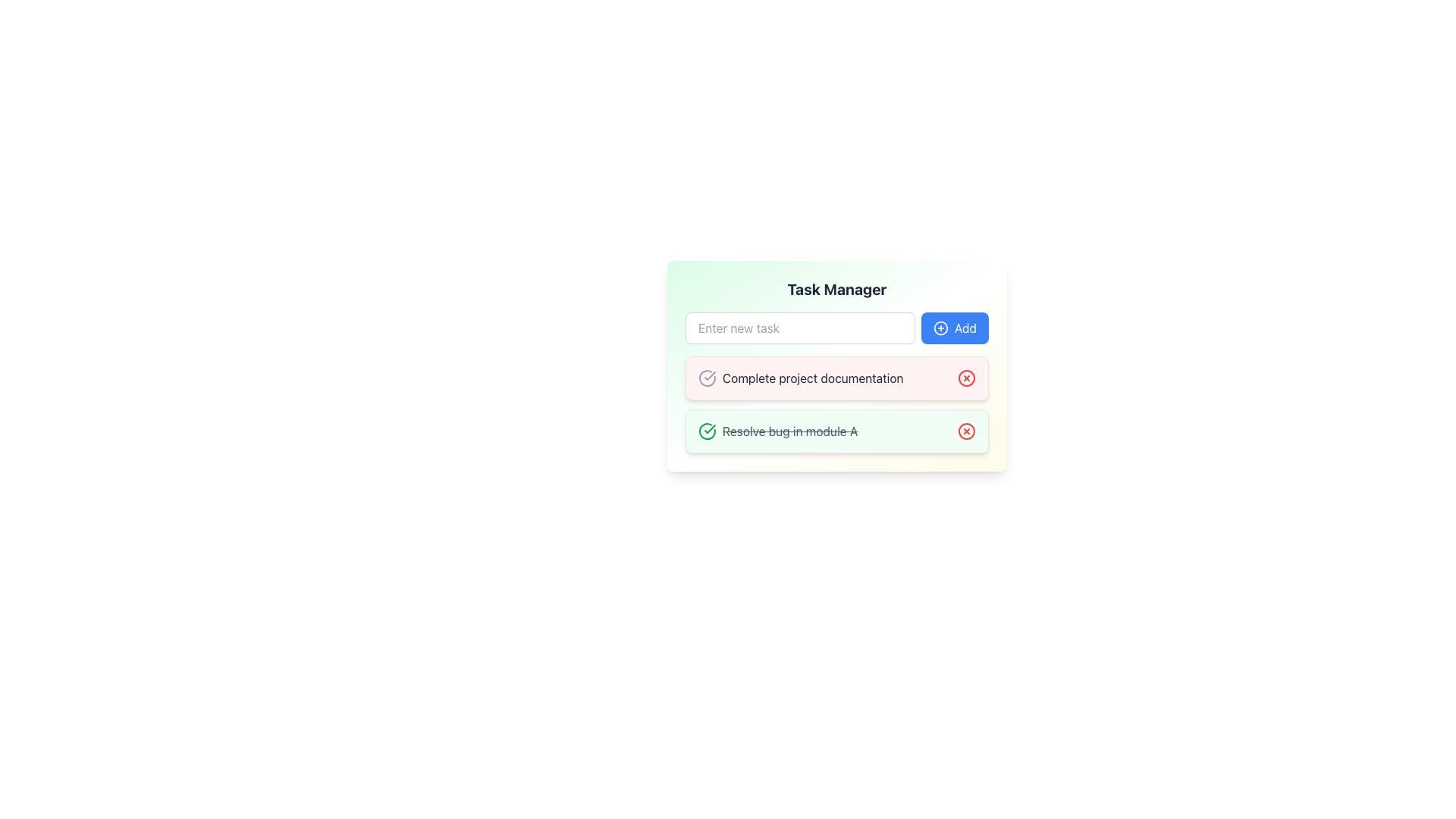 The width and height of the screenshot is (1456, 819). What do you see at coordinates (789, 431) in the screenshot?
I see `the text element that says 'Resolve bug in module A' with a strikethrough and gray color, located in the task management interface, aligned horizontally in the second listed task` at bounding box center [789, 431].